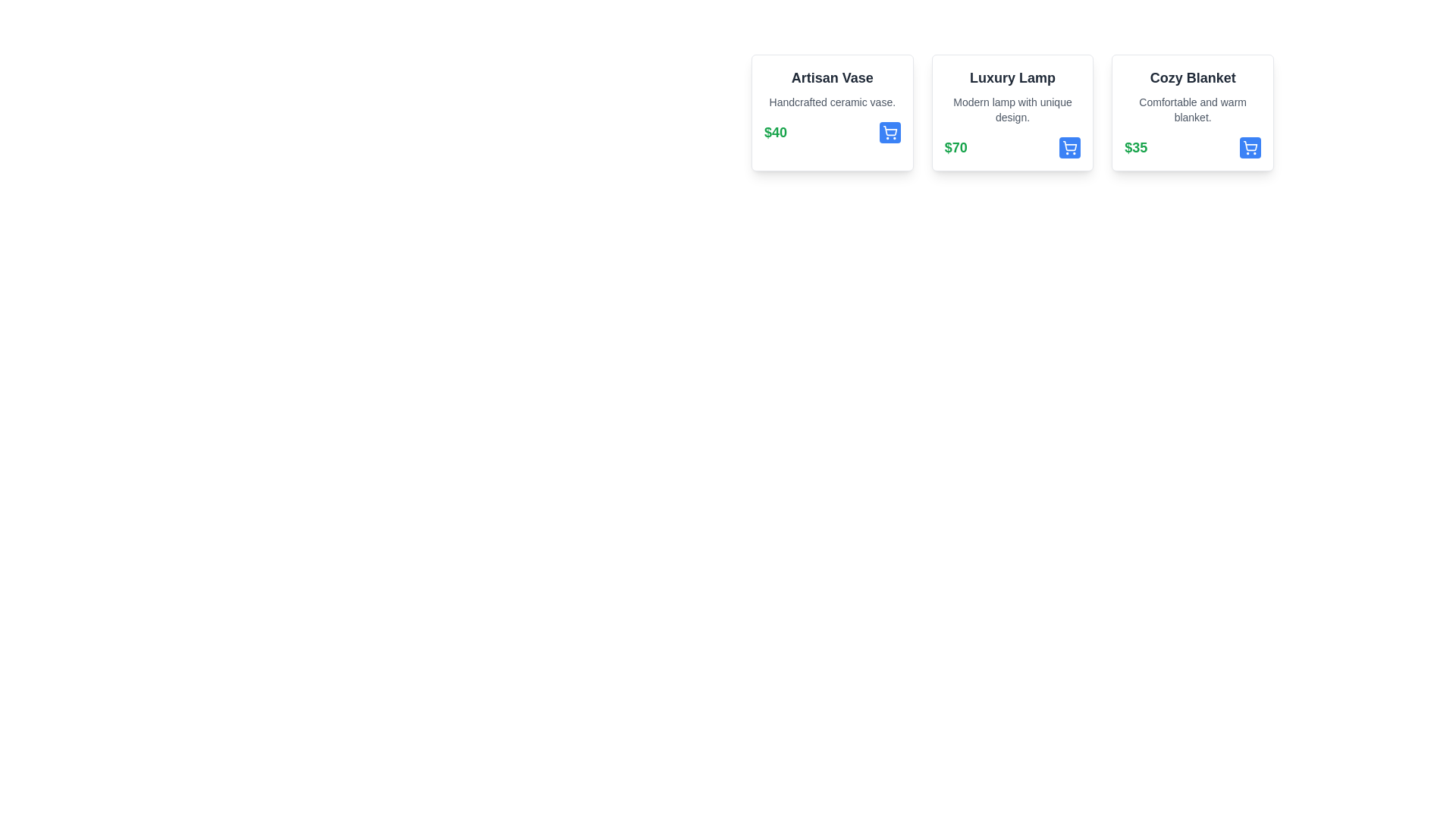 The height and width of the screenshot is (819, 1456). I want to click on the central portion of the medium-blue outlined shopping cart icon in the 'Cozy Blanket' product card, so click(1250, 146).